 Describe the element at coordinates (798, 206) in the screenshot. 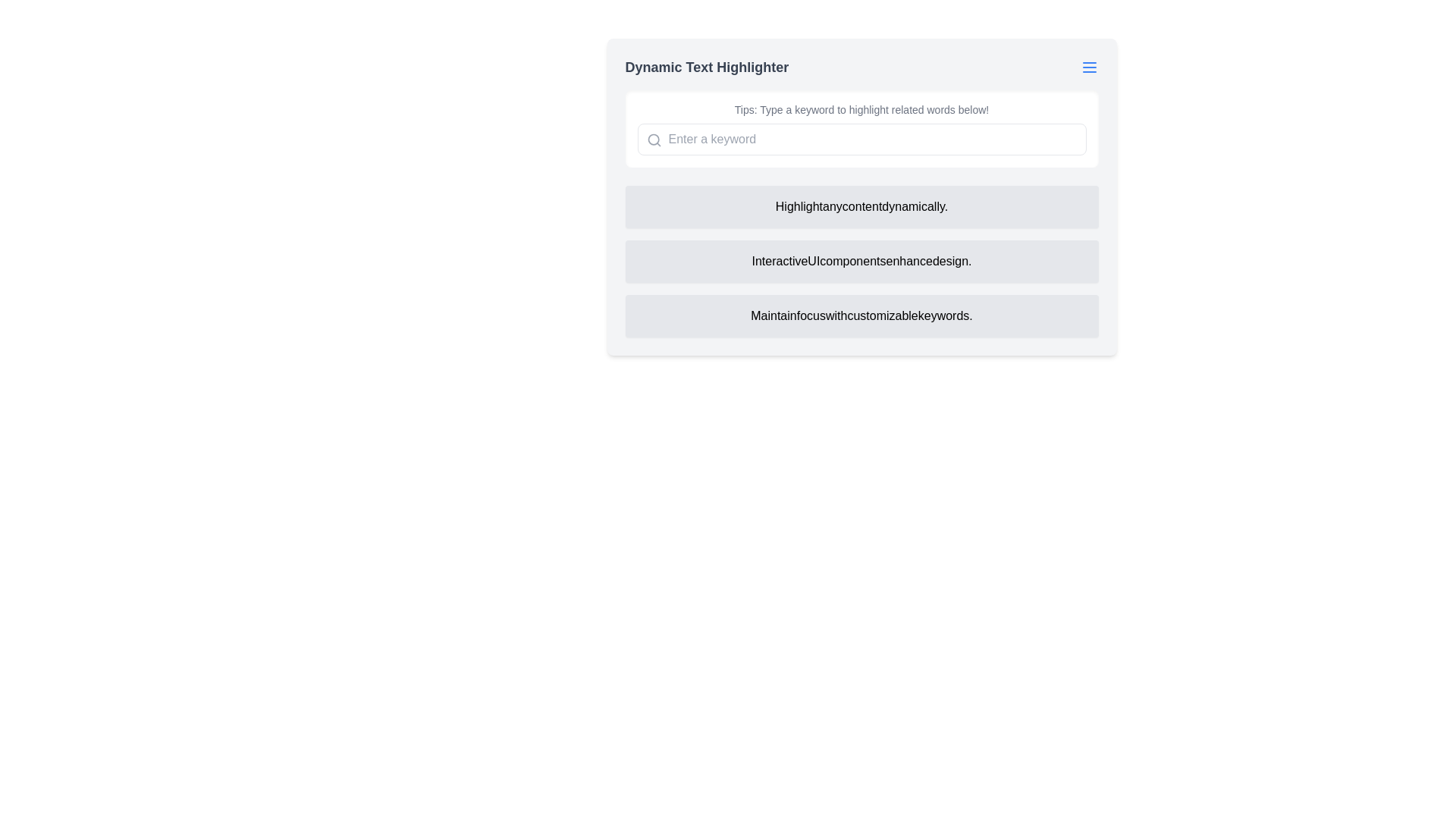

I see `the static text label displaying 'Highlight', which is located in the upper portion of the interface and part of the sentence 'Highlight any content dynamically.'` at that location.